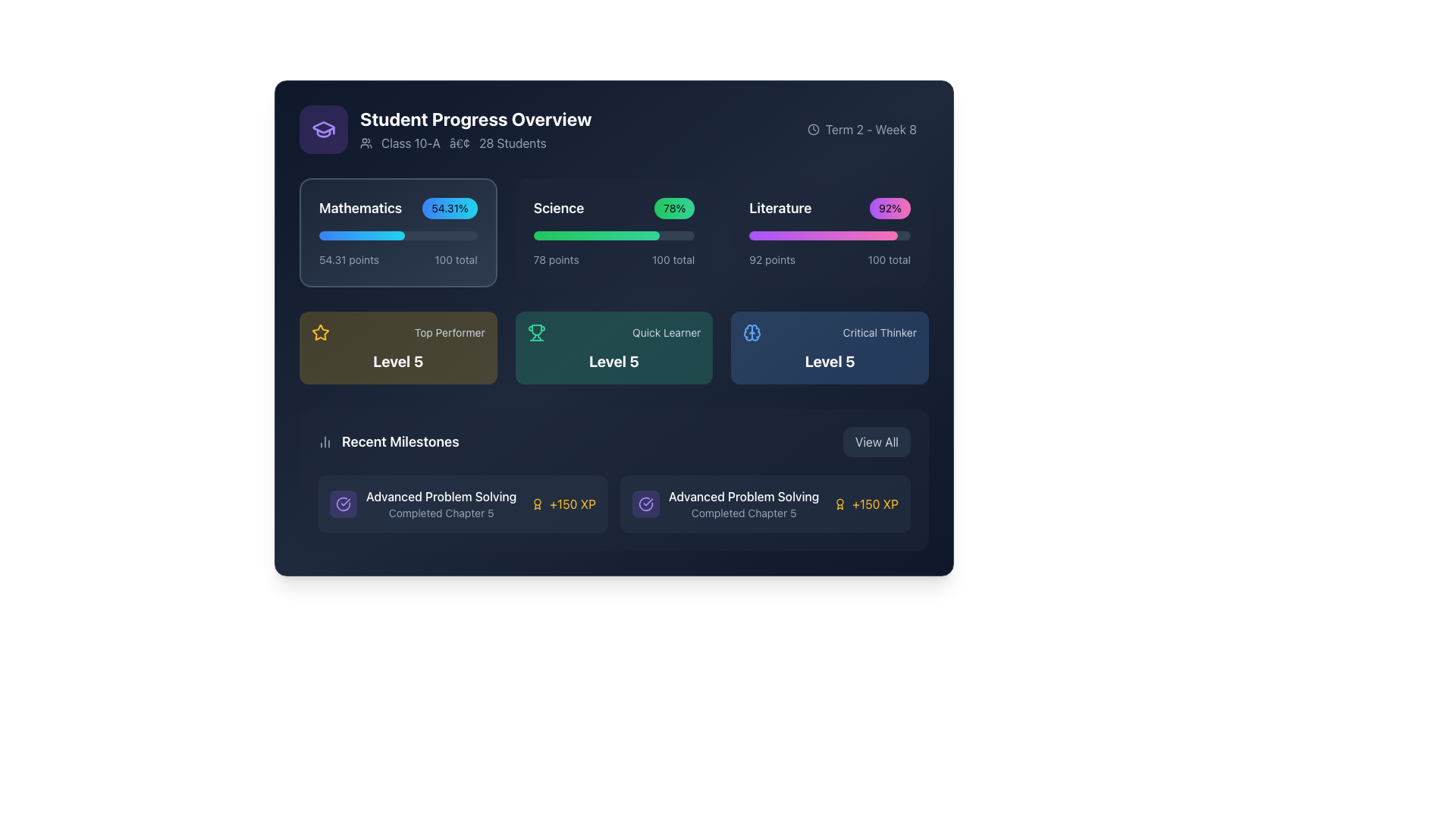 Image resolution: width=1456 pixels, height=819 pixels. I want to click on the text label displaying 'Level 5' which is styled with a bold, white font and located at the bottom of the 'Critical Thinker' card, so click(829, 362).